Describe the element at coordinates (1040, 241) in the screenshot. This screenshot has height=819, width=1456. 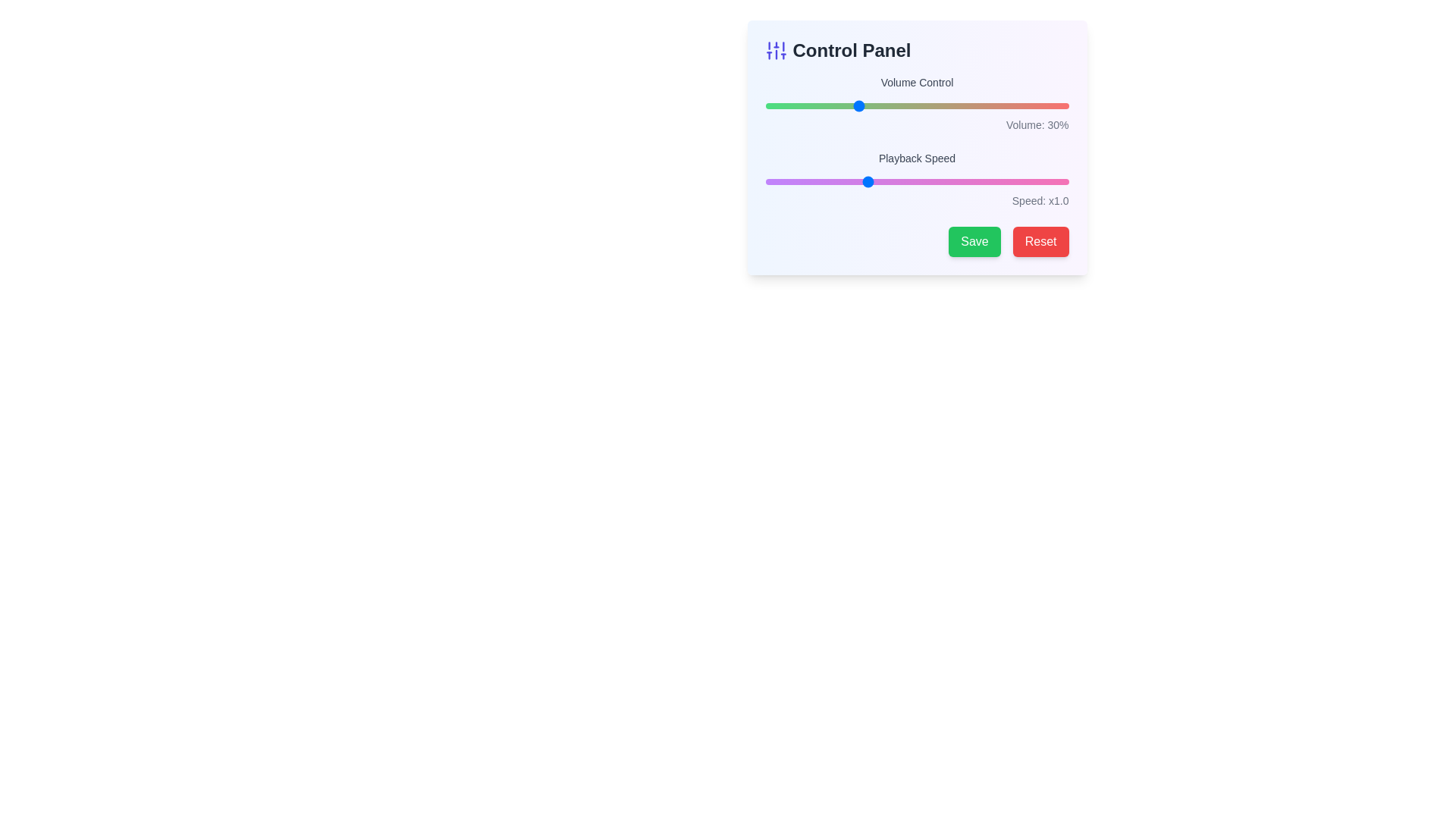
I see `the 'Reset' button to revert changes` at that location.